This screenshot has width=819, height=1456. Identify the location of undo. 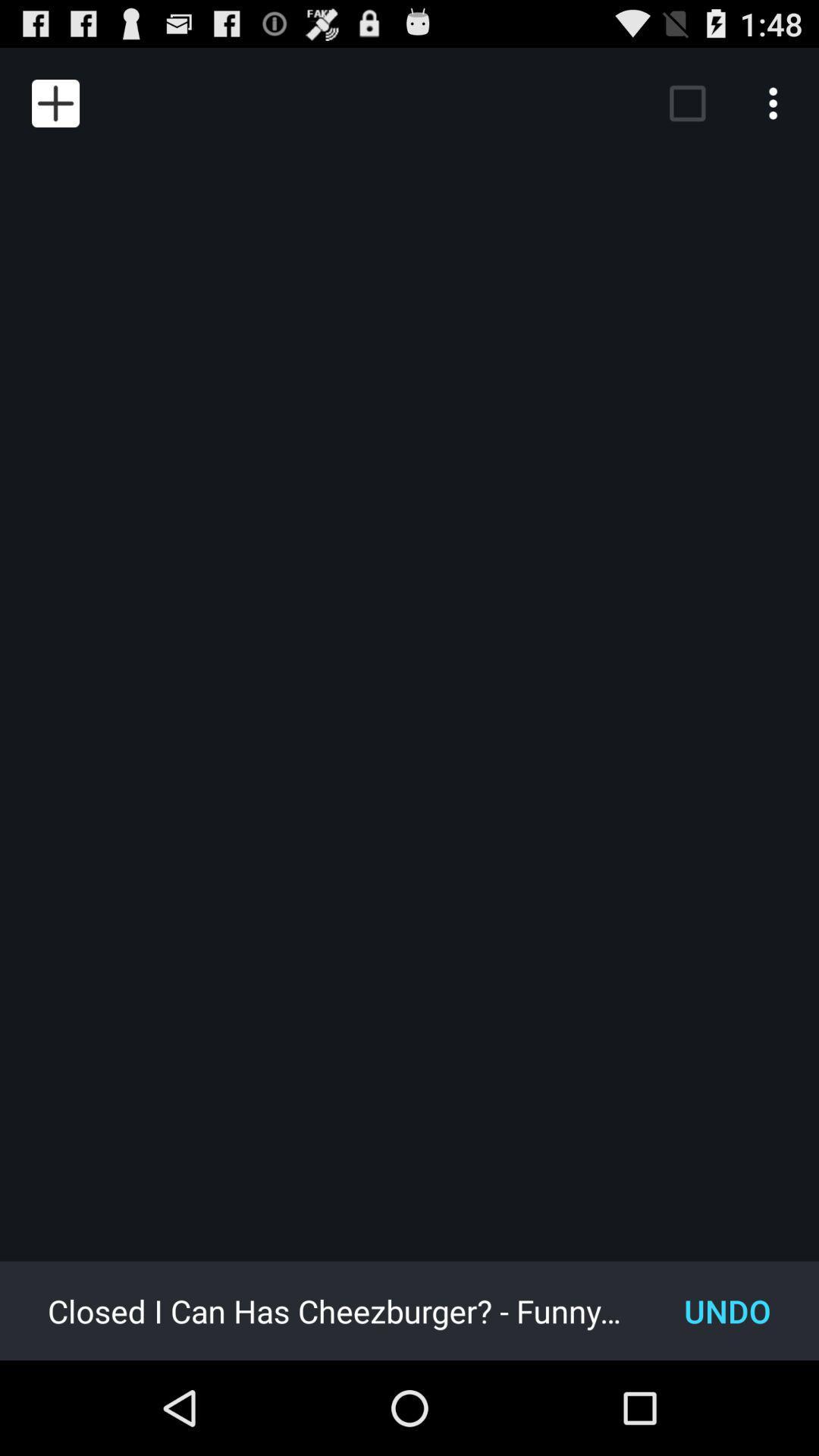
(726, 1310).